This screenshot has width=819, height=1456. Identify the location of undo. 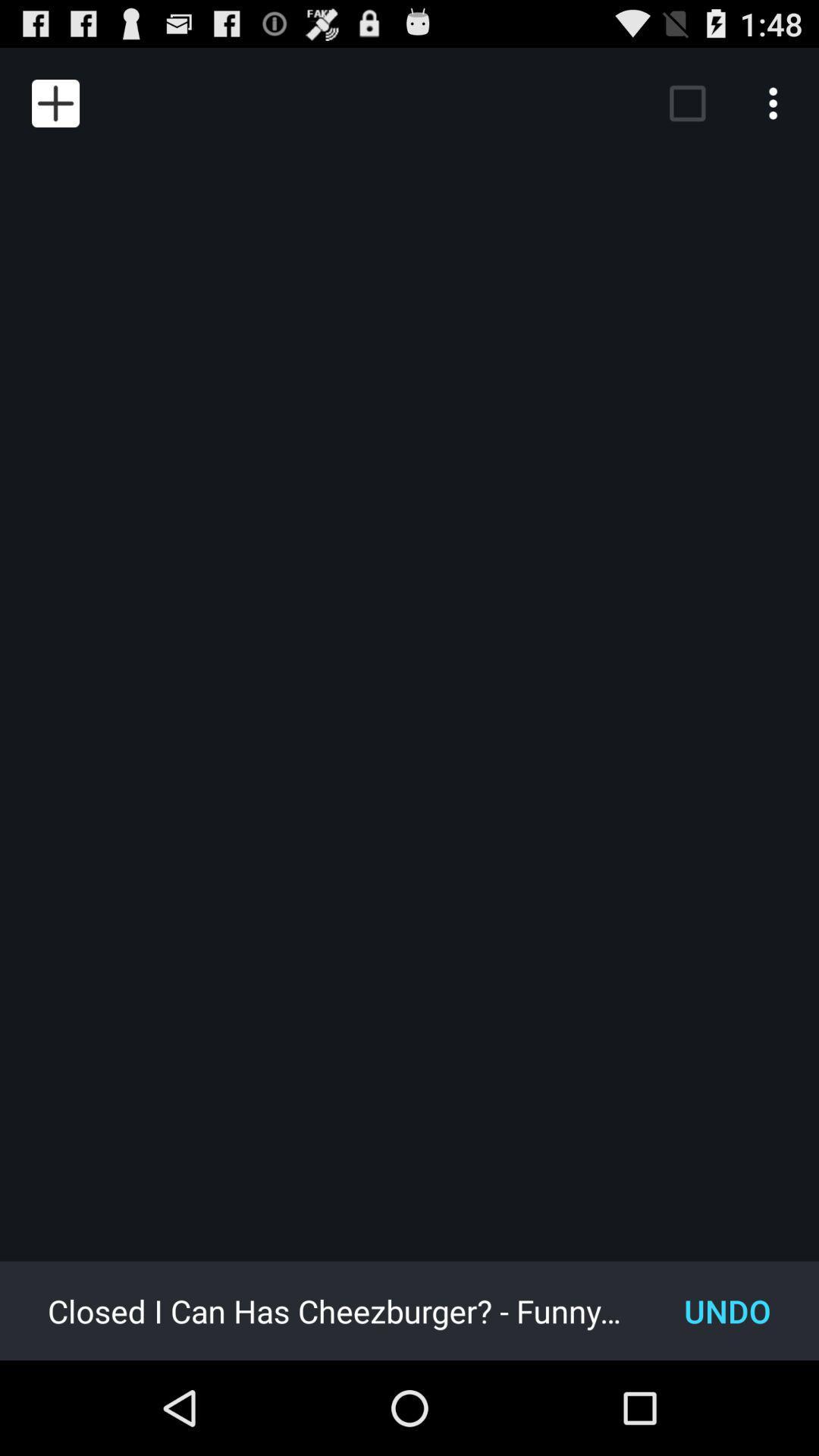
(726, 1310).